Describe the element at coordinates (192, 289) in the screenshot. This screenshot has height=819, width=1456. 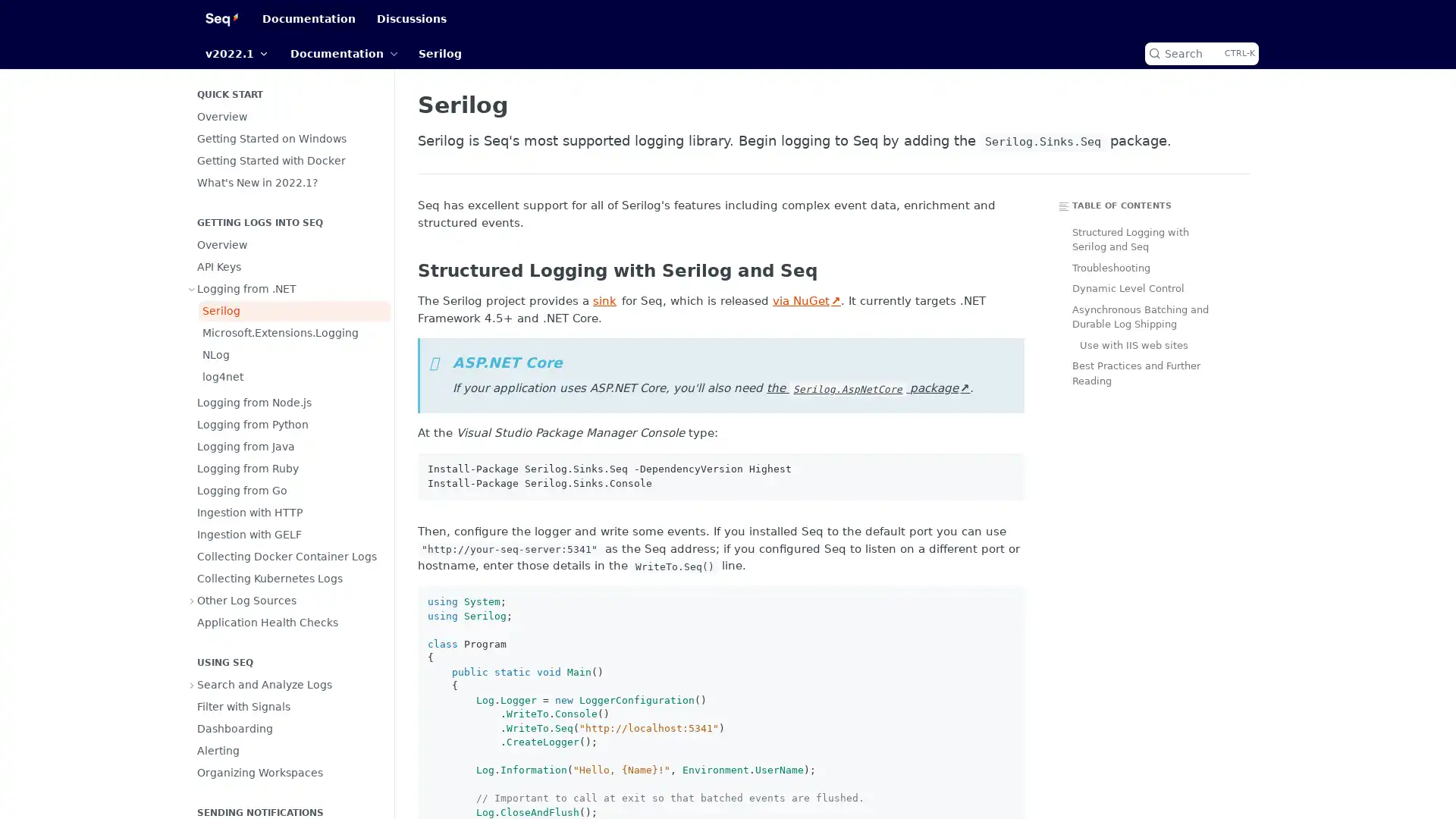
I see `Hide subpages for Logging from .NET` at that location.